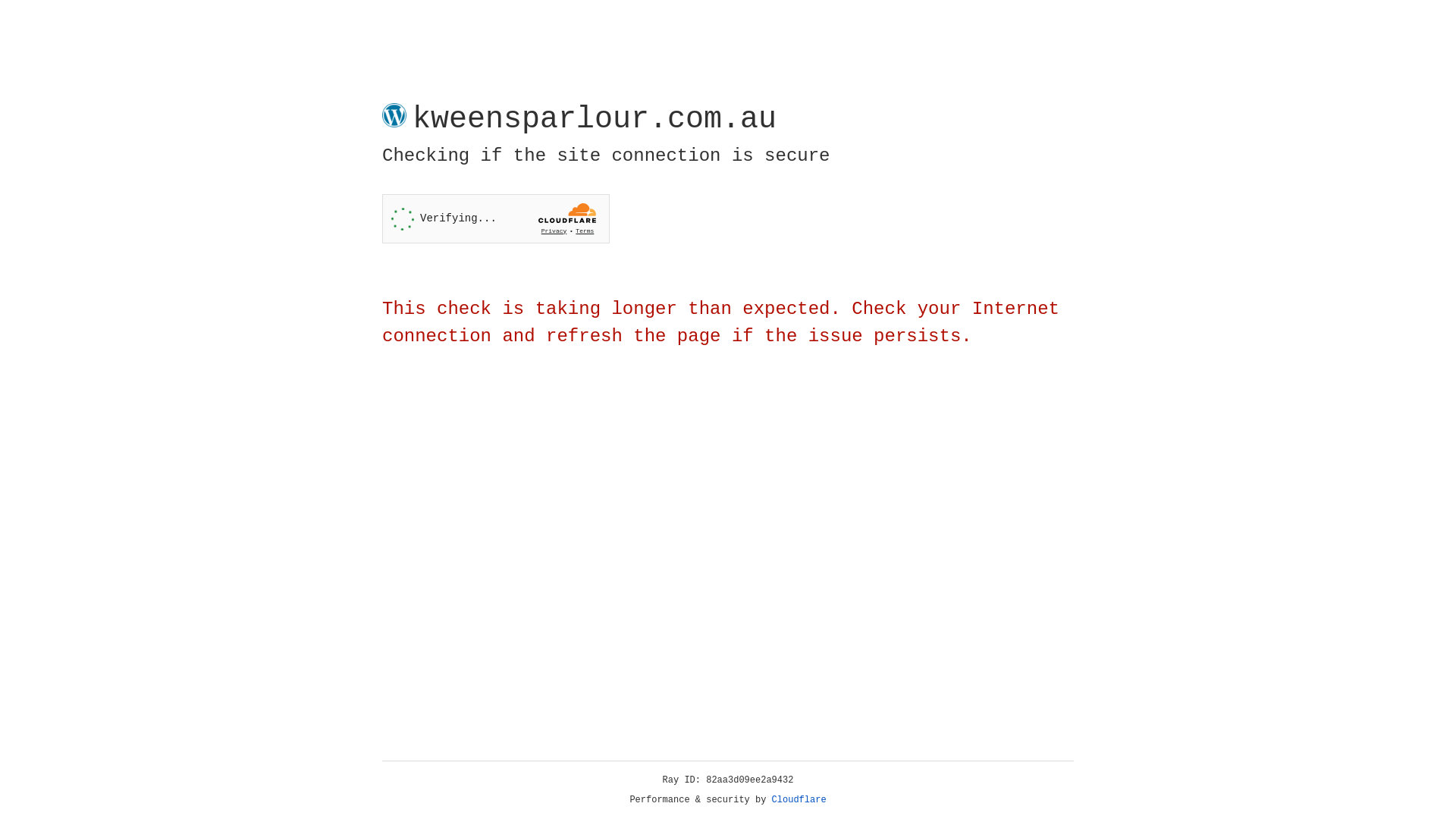  What do you see at coordinates (771, 799) in the screenshot?
I see `'Cloudflare'` at bounding box center [771, 799].